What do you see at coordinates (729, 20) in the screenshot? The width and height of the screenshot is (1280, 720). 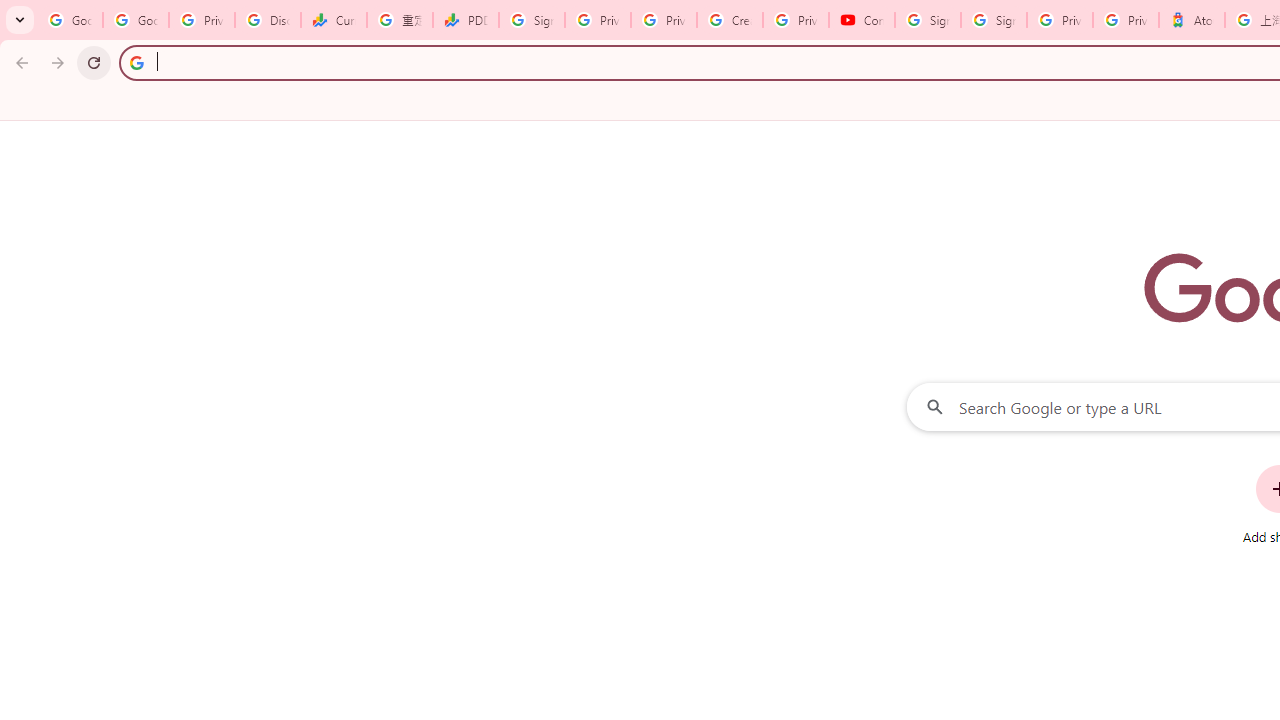 I see `'Create your Google Account'` at bounding box center [729, 20].